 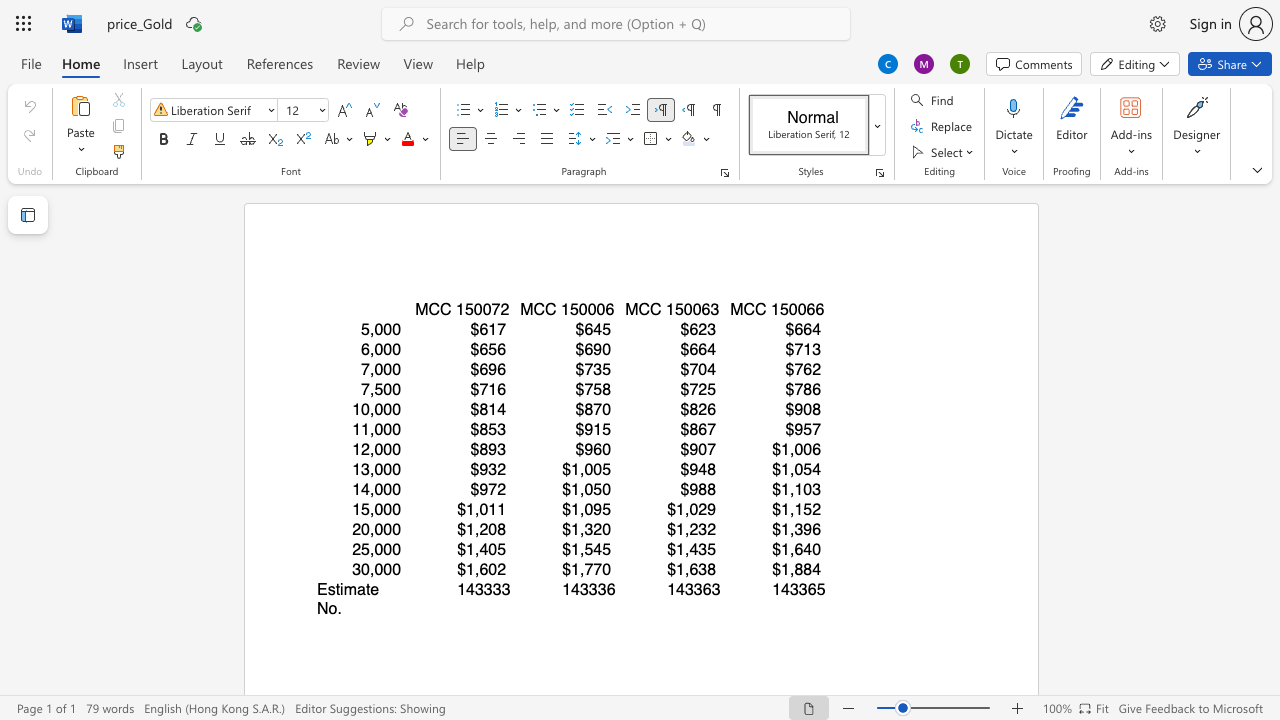 I want to click on the 3th character "0" in the text, so click(x=600, y=309).